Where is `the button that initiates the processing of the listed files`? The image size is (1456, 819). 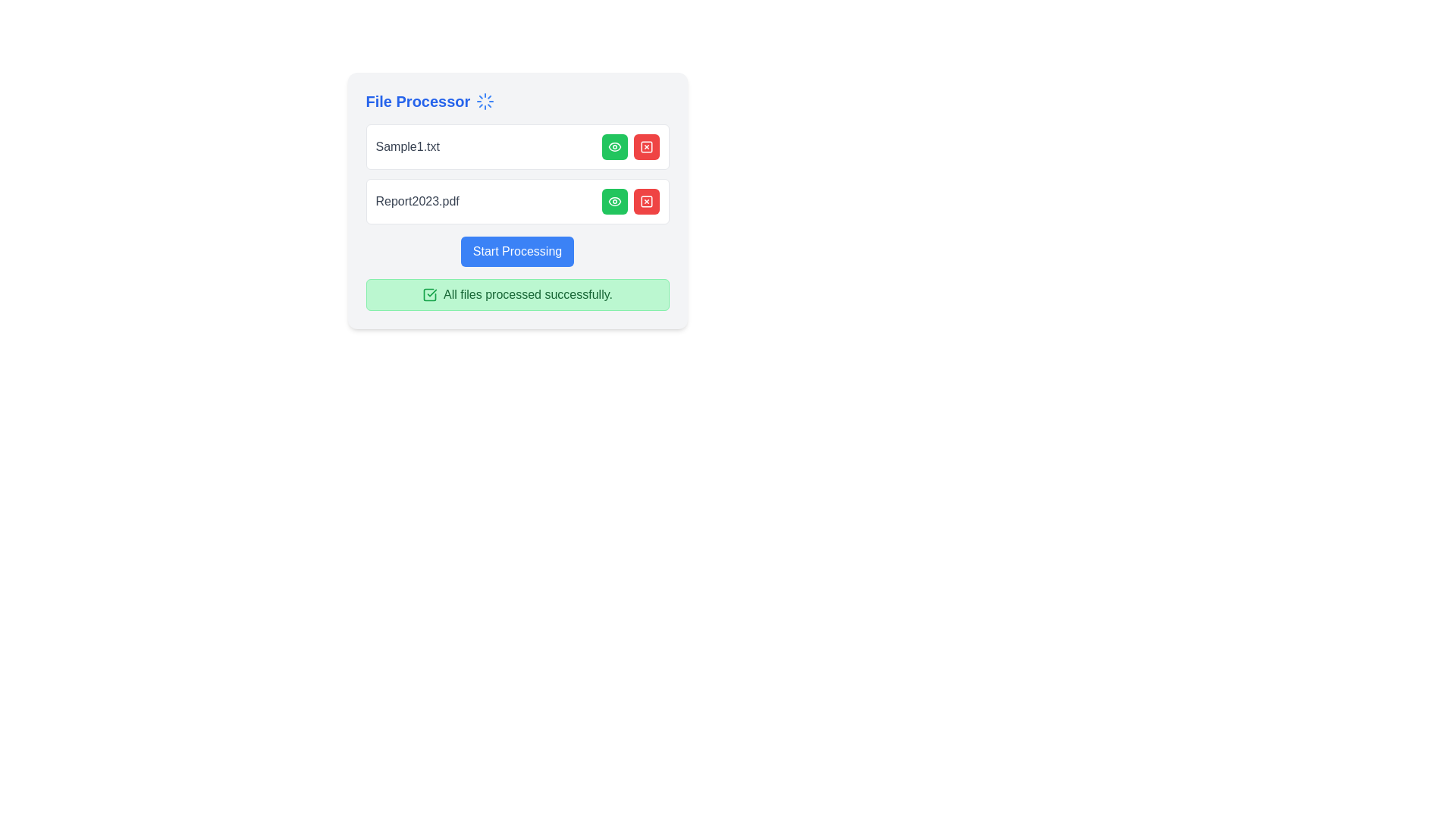
the button that initiates the processing of the listed files is located at coordinates (517, 250).